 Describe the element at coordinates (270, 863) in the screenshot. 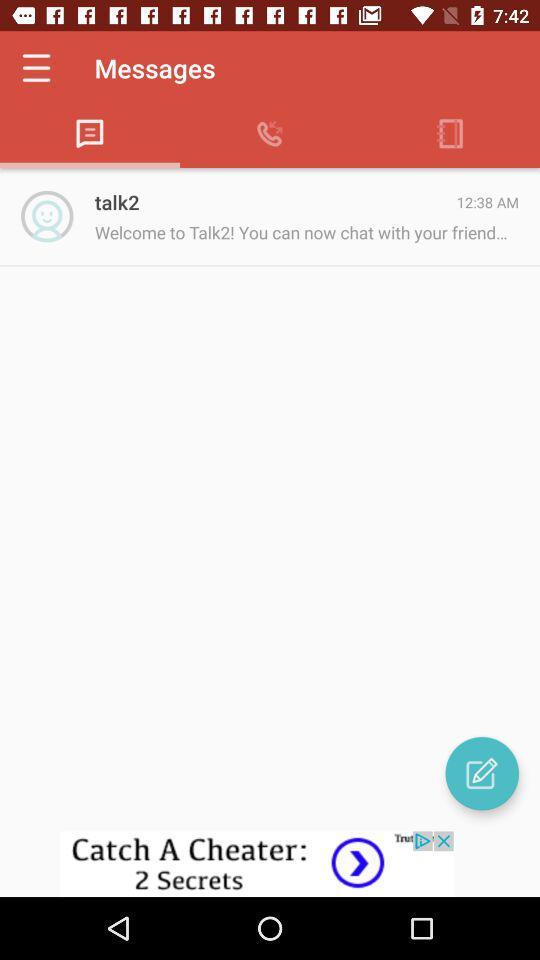

I see `advertisement` at that location.